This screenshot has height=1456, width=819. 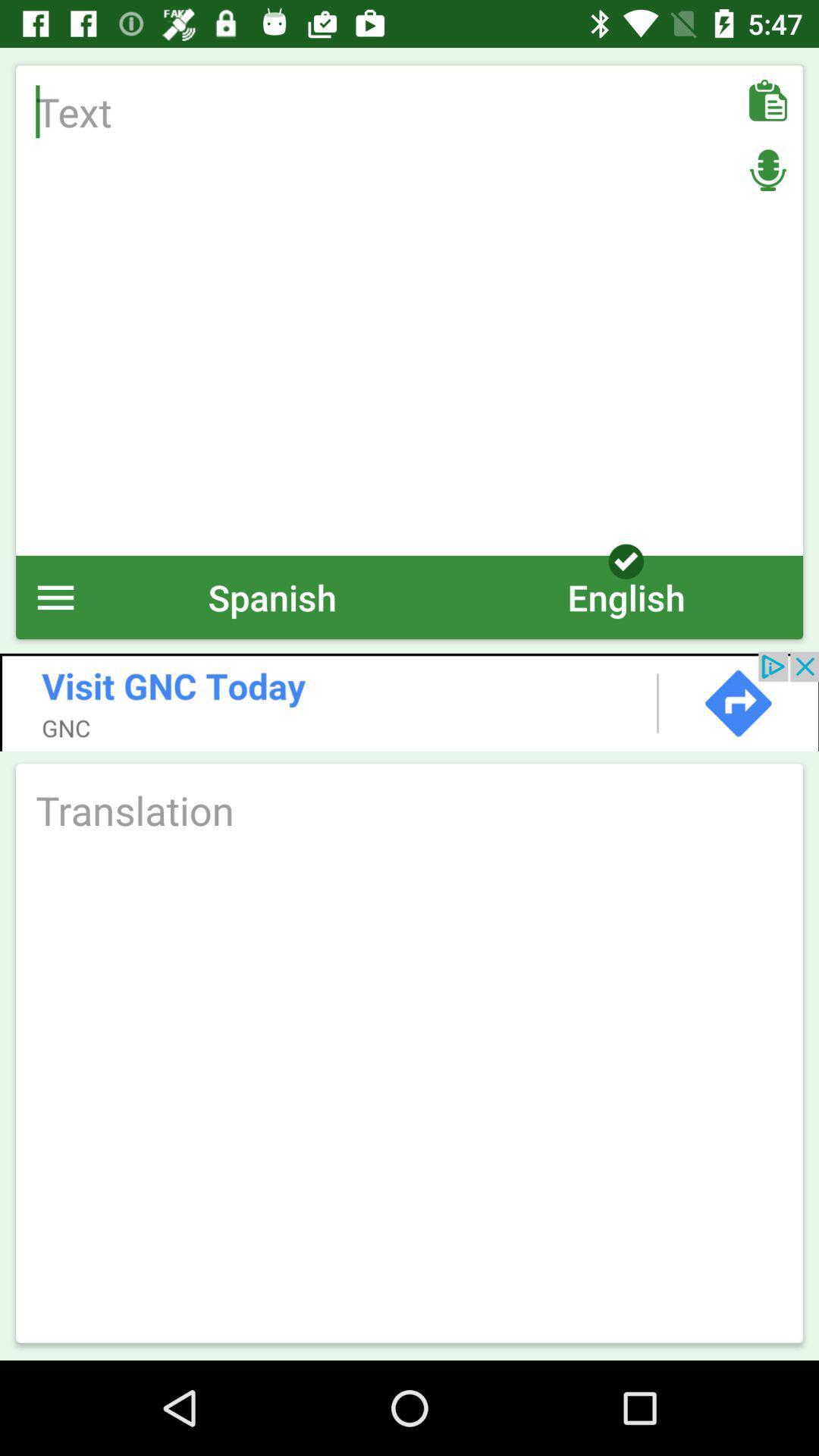 What do you see at coordinates (767, 170) in the screenshot?
I see `mic on` at bounding box center [767, 170].